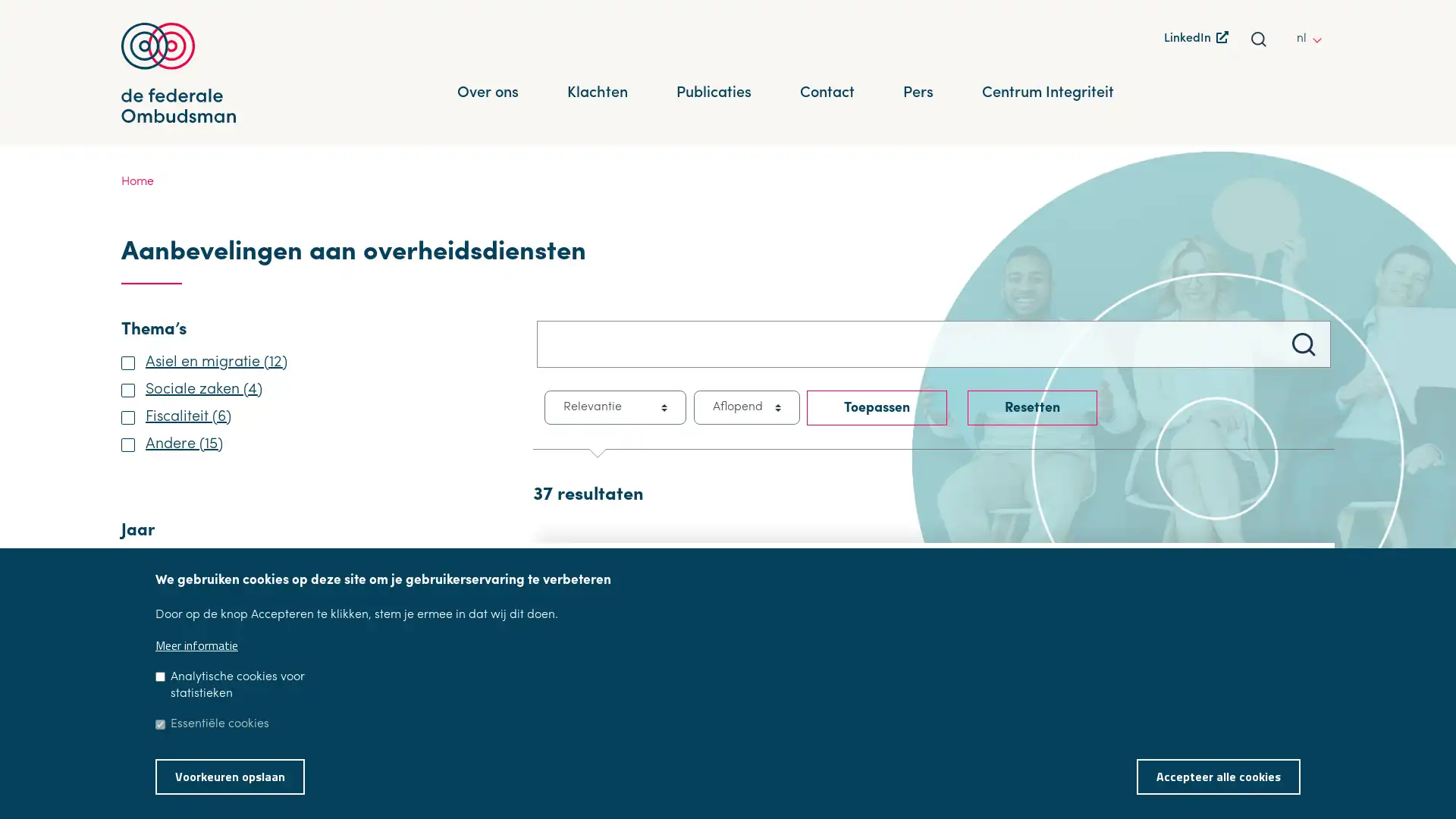  Describe the element at coordinates (229, 776) in the screenshot. I see `Voorkeuren opslaan` at that location.